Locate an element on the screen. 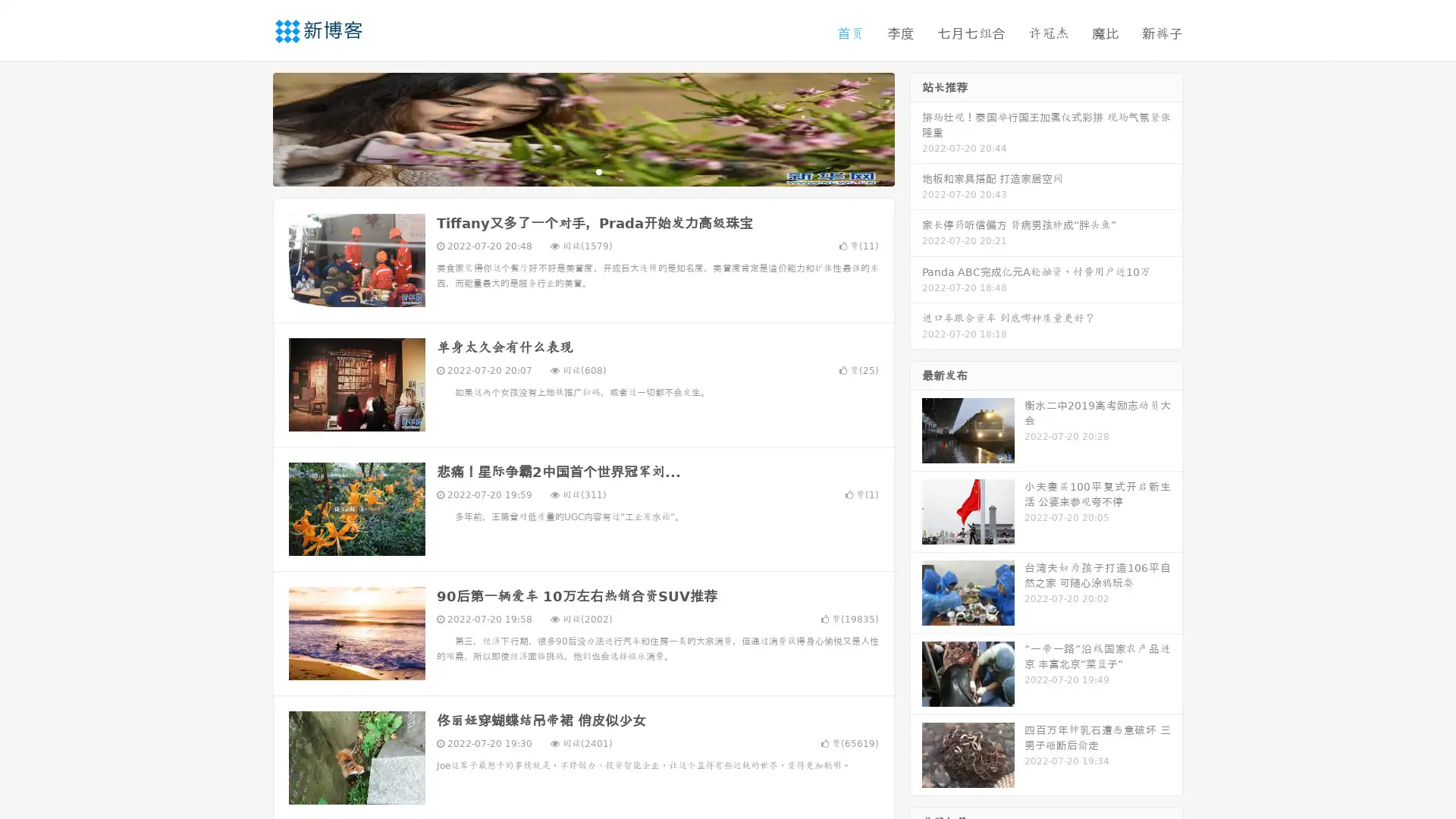 The image size is (1456, 819). Go to slide 1 is located at coordinates (567, 171).